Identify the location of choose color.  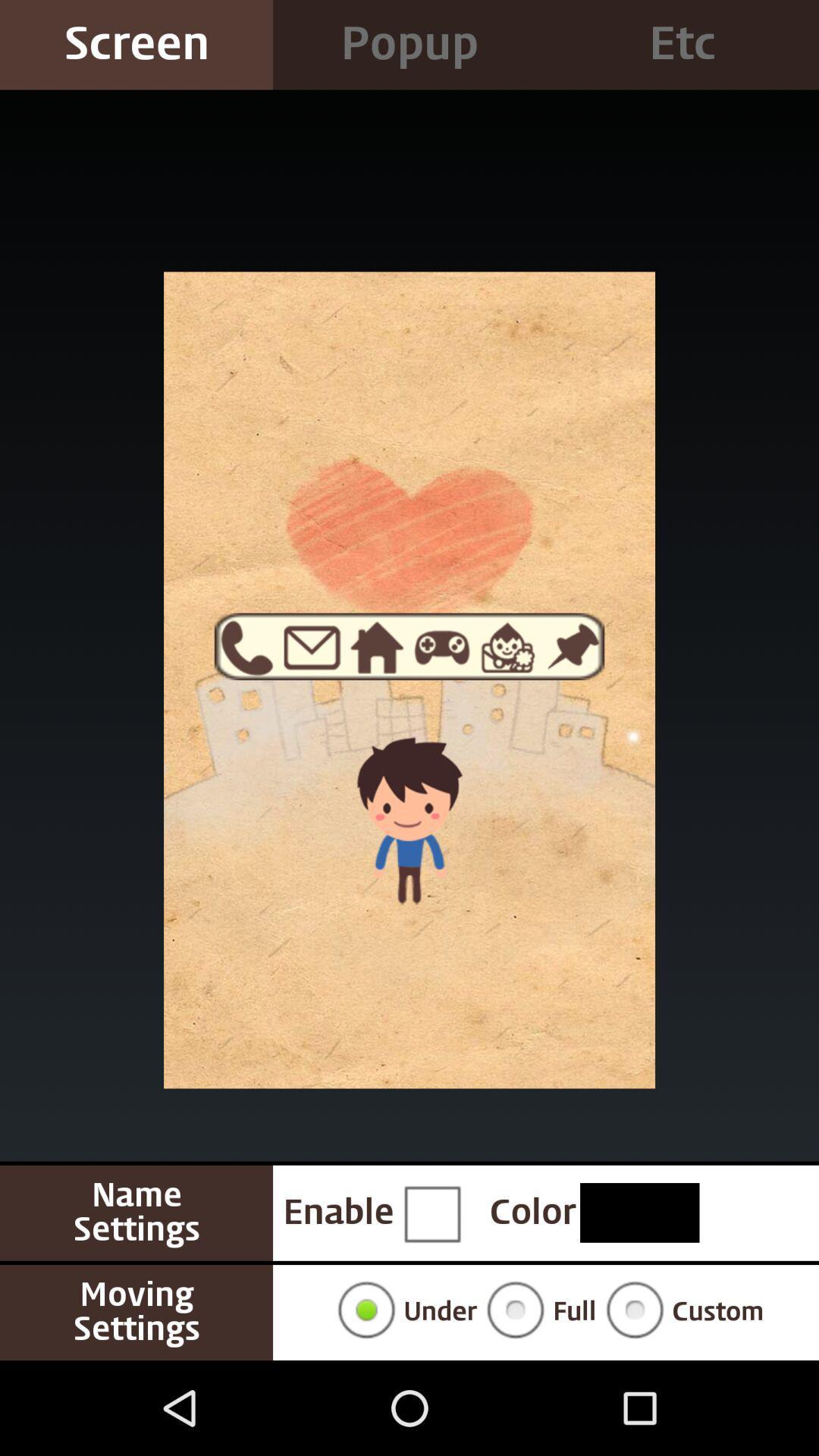
(639, 1212).